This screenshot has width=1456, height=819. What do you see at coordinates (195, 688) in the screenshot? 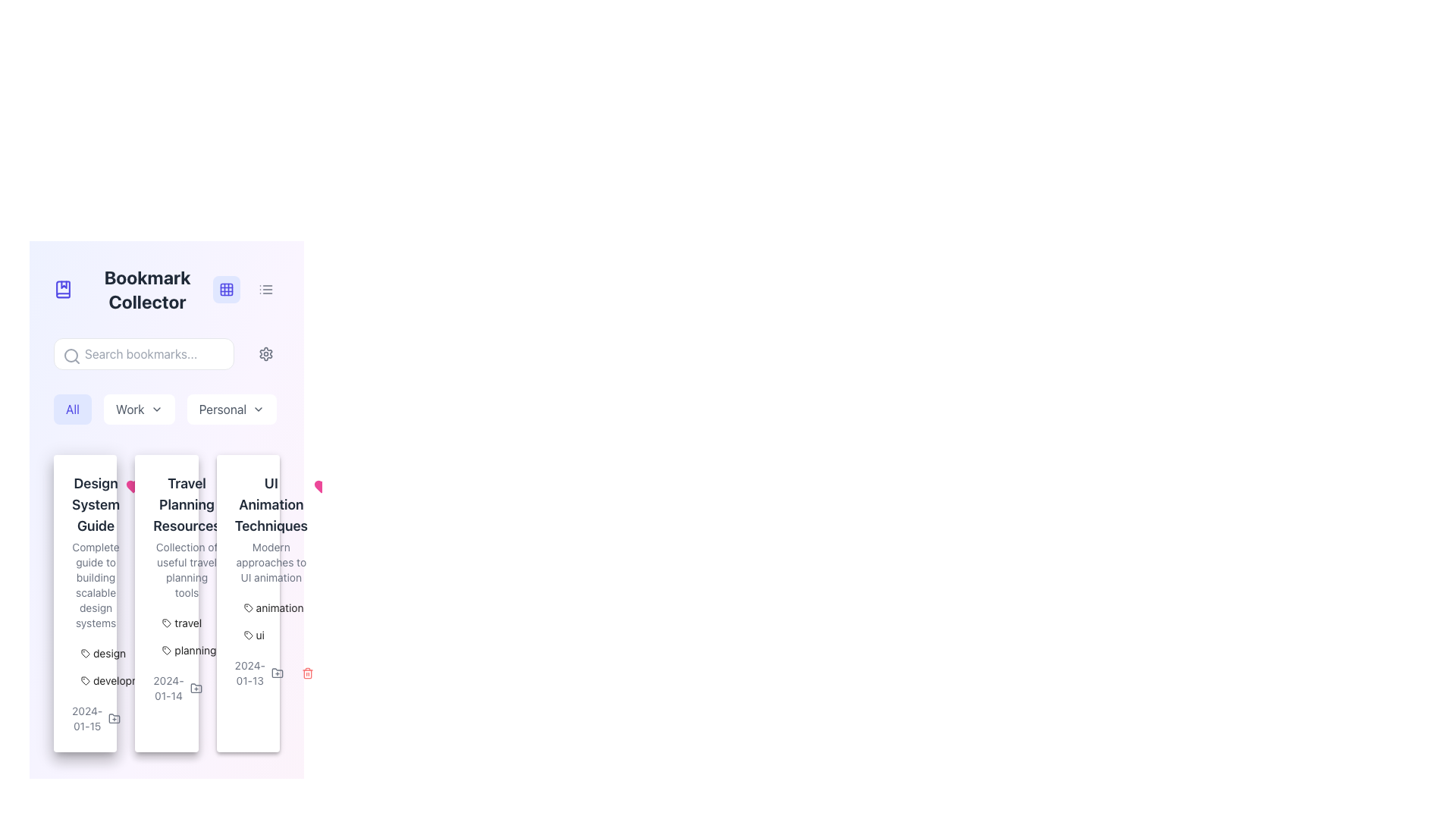
I see `the SVG Icon located centrally within the rounded clickable area below the date '2024-01-14' on the second card item` at bounding box center [195, 688].